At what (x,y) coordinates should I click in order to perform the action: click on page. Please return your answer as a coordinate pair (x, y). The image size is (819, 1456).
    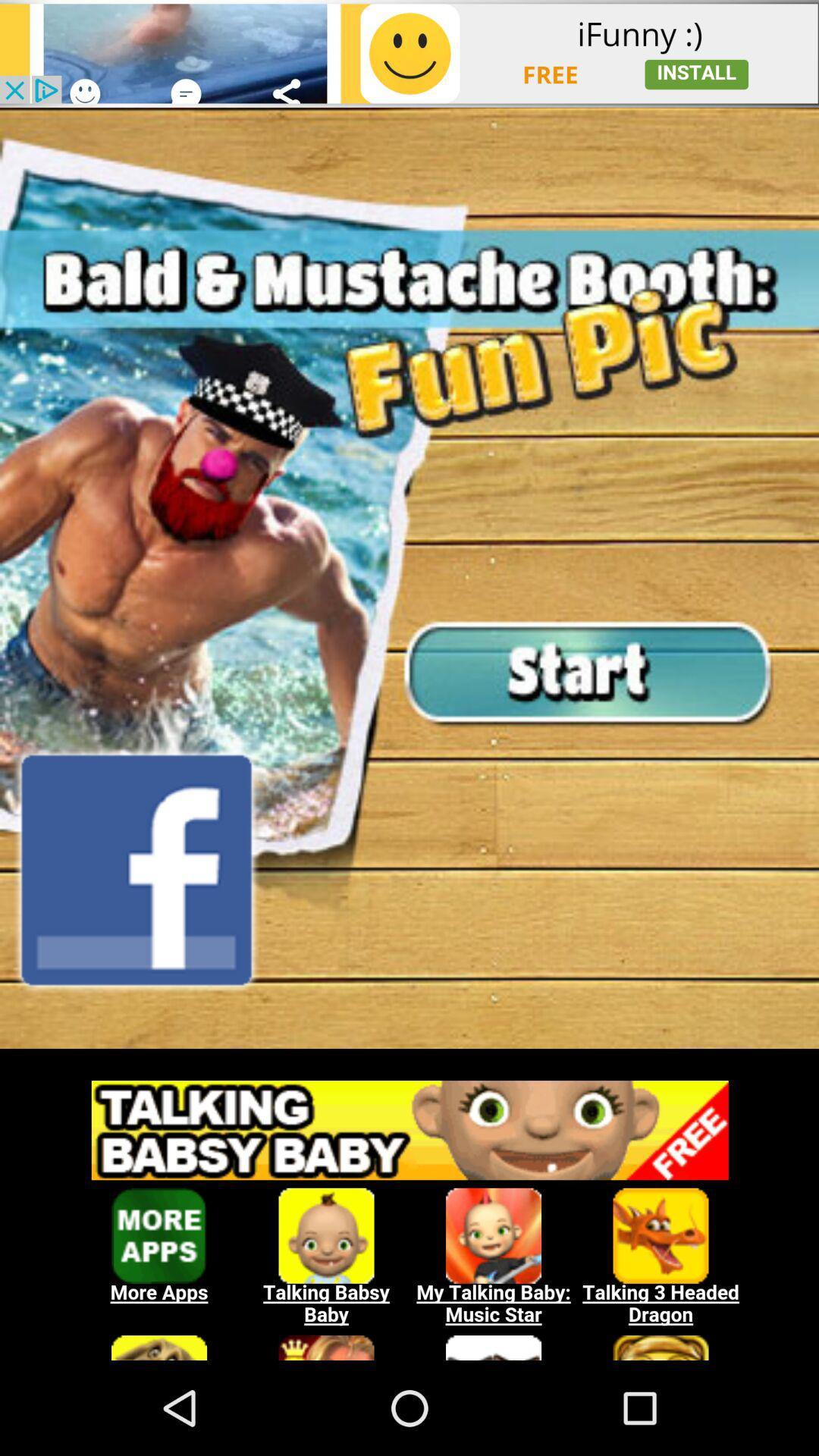
    Looking at the image, I should click on (409, 53).